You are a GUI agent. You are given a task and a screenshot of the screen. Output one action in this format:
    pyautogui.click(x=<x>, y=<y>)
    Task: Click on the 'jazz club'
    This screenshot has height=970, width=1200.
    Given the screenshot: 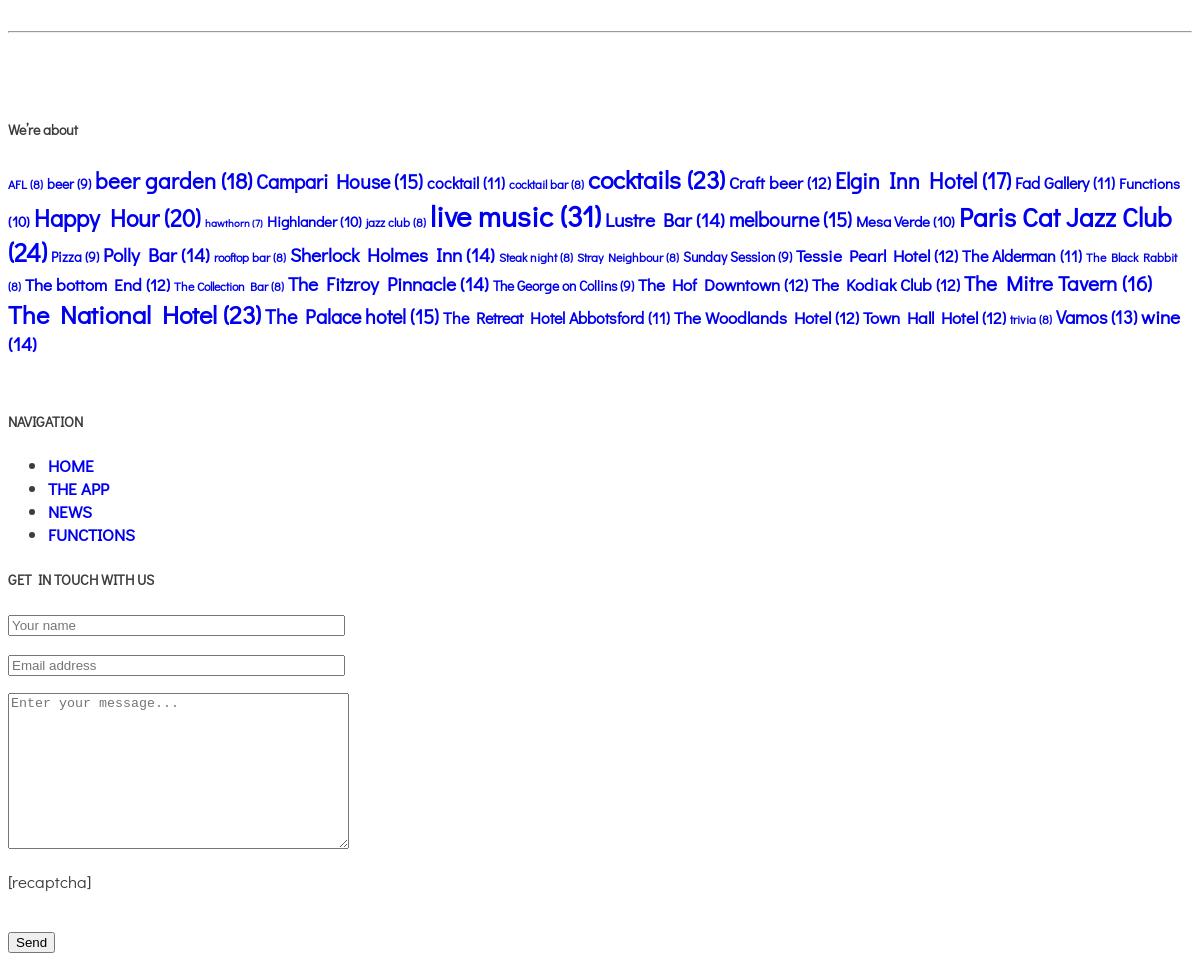 What is the action you would take?
    pyautogui.click(x=387, y=222)
    